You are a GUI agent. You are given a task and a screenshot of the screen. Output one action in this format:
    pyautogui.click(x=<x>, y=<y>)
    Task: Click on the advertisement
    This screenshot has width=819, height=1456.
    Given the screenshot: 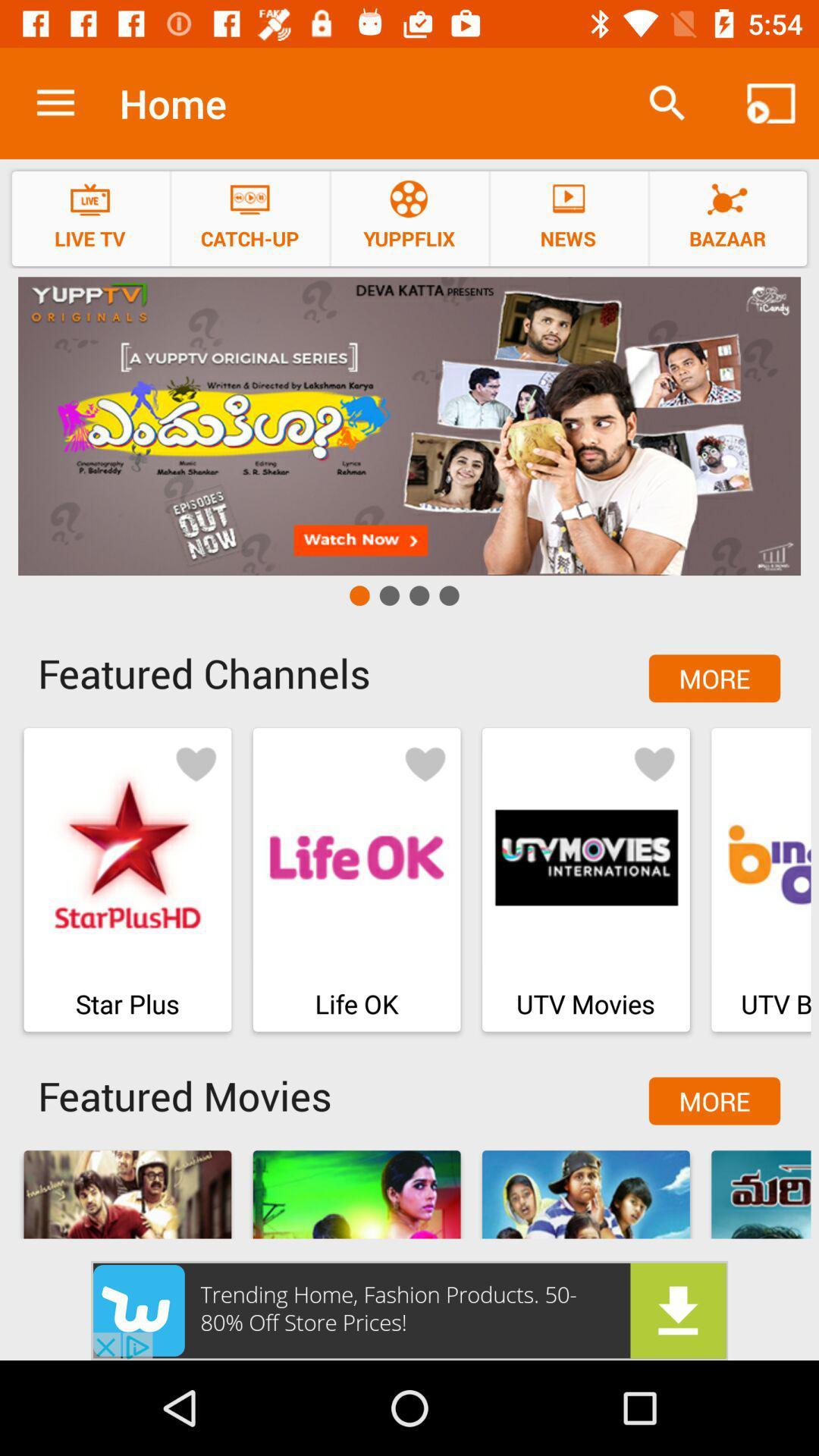 What is the action you would take?
    pyautogui.click(x=409, y=1310)
    